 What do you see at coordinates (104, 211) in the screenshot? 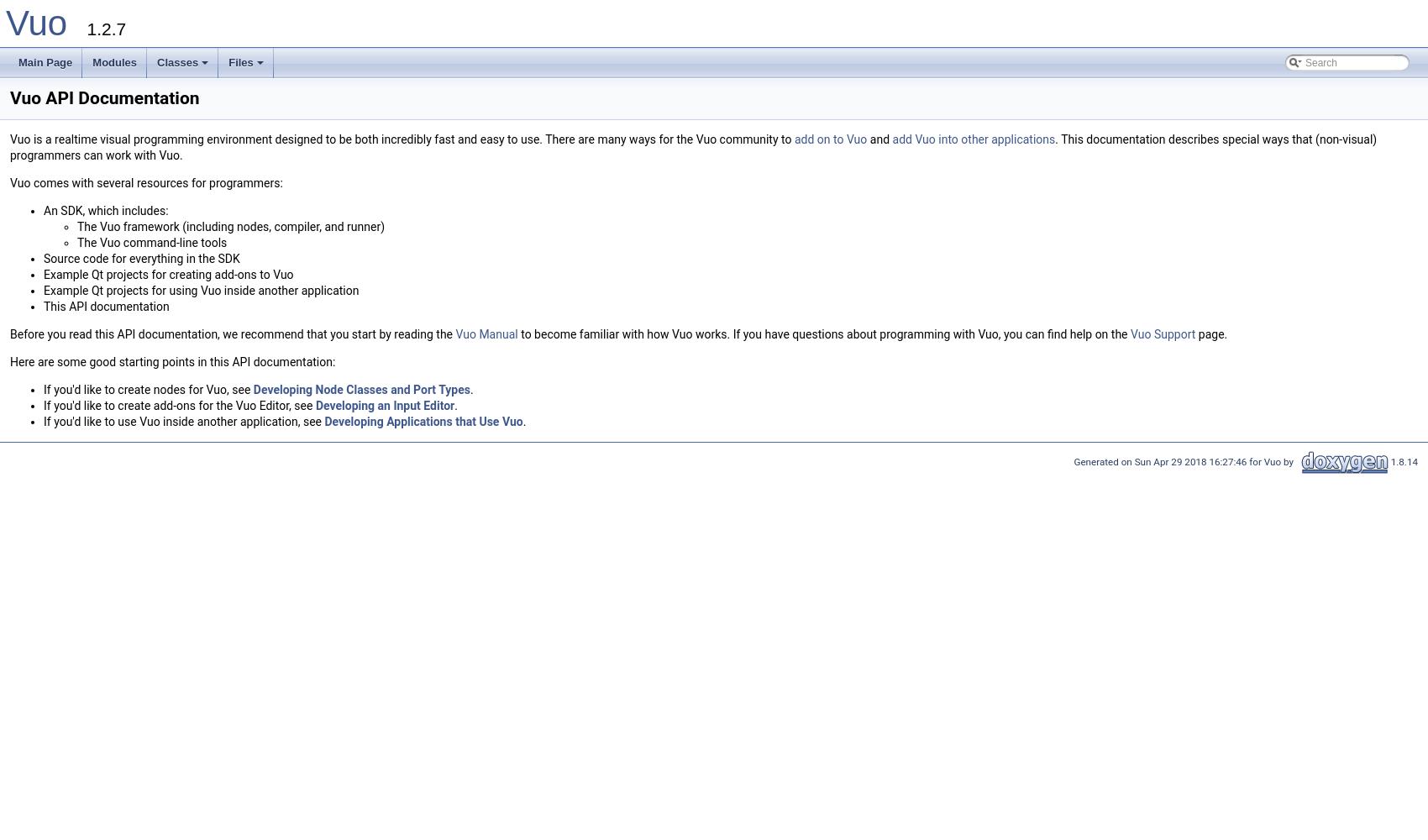
I see `'An SDK, which includes:'` at bounding box center [104, 211].